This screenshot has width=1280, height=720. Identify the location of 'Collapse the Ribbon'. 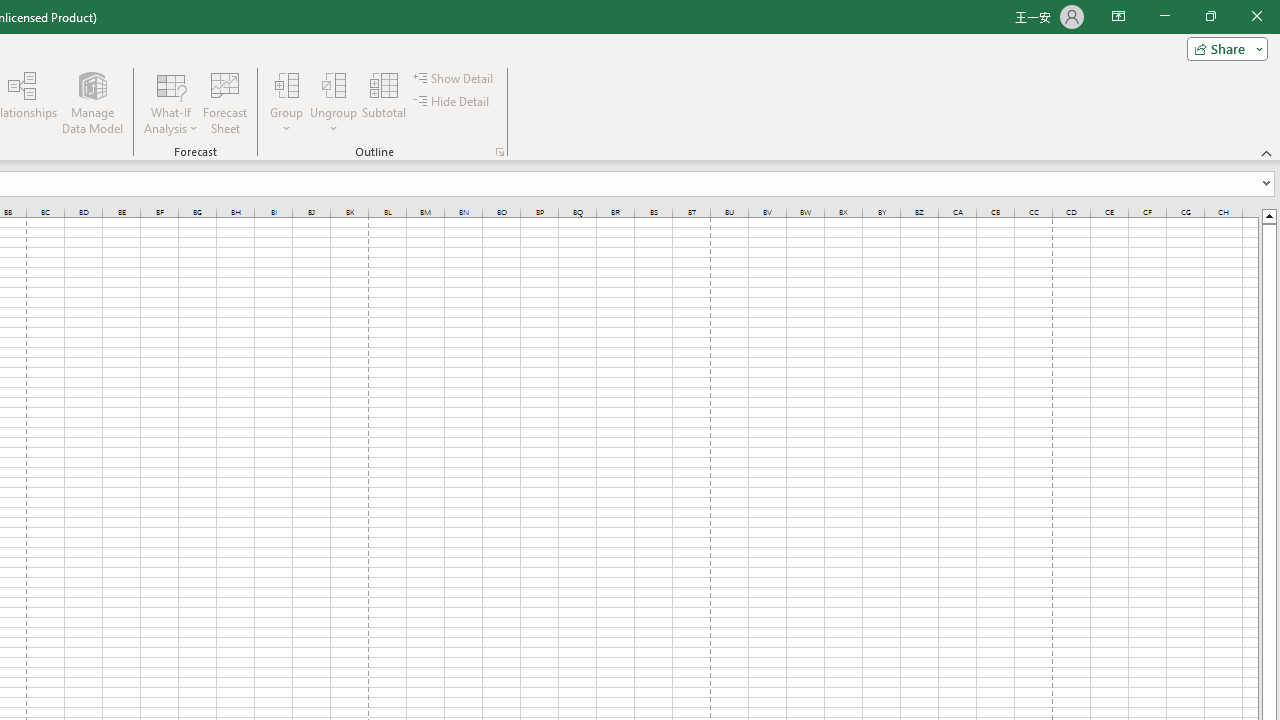
(1266, 152).